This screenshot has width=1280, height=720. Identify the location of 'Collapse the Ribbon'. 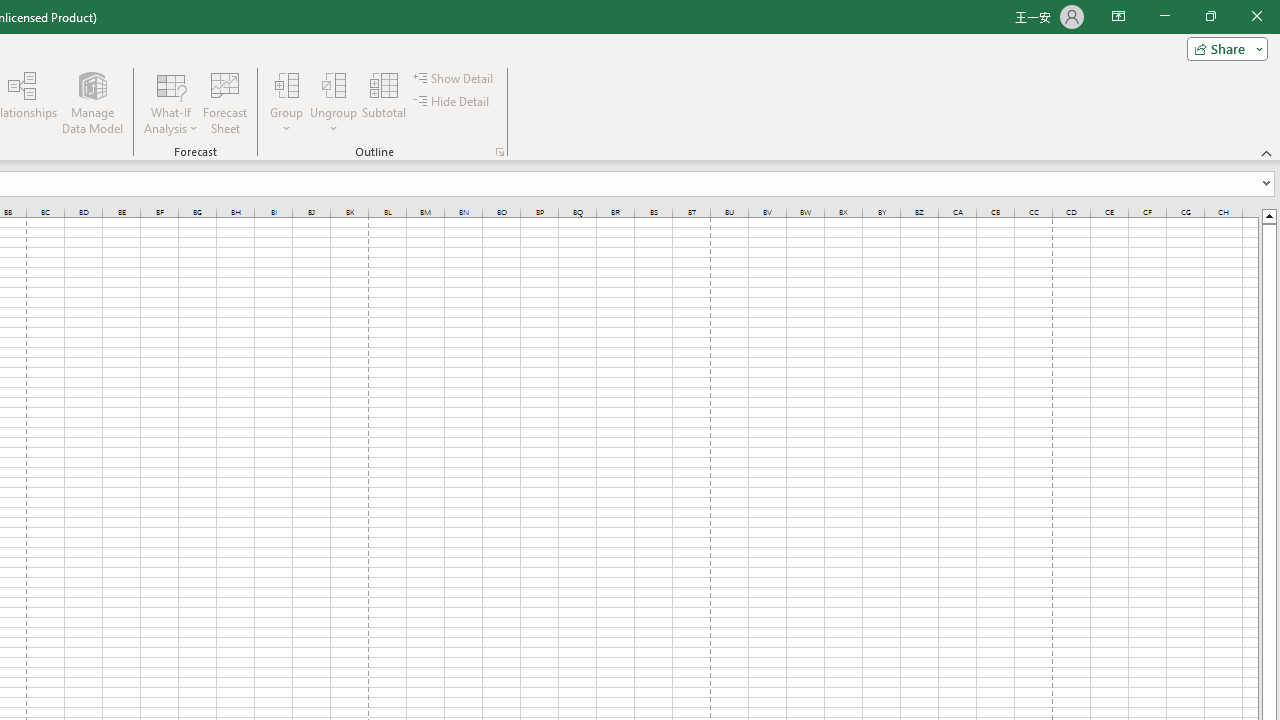
(1266, 152).